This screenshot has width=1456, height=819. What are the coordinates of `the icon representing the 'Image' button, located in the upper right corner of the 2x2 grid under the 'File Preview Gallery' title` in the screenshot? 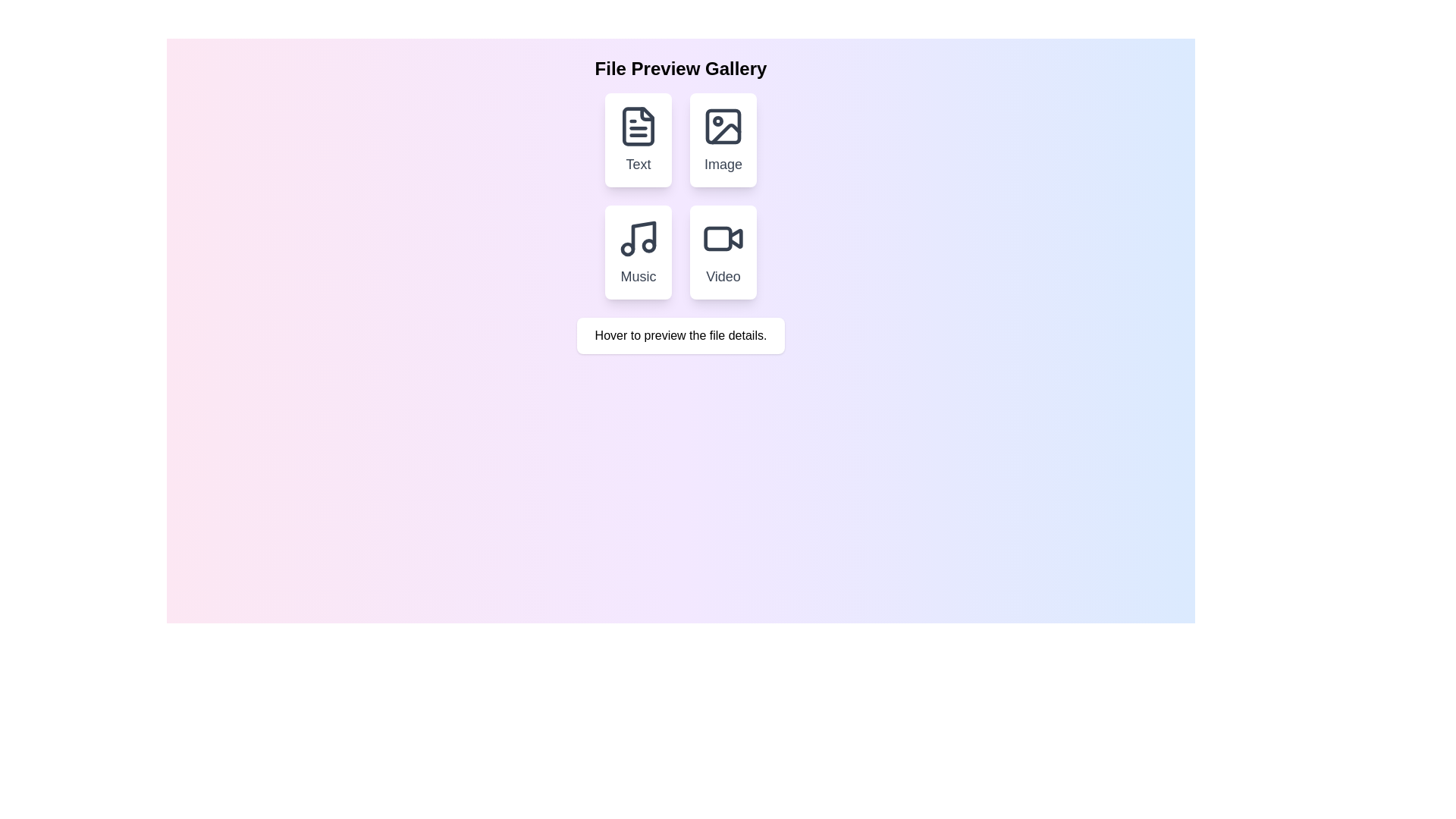 It's located at (725, 133).